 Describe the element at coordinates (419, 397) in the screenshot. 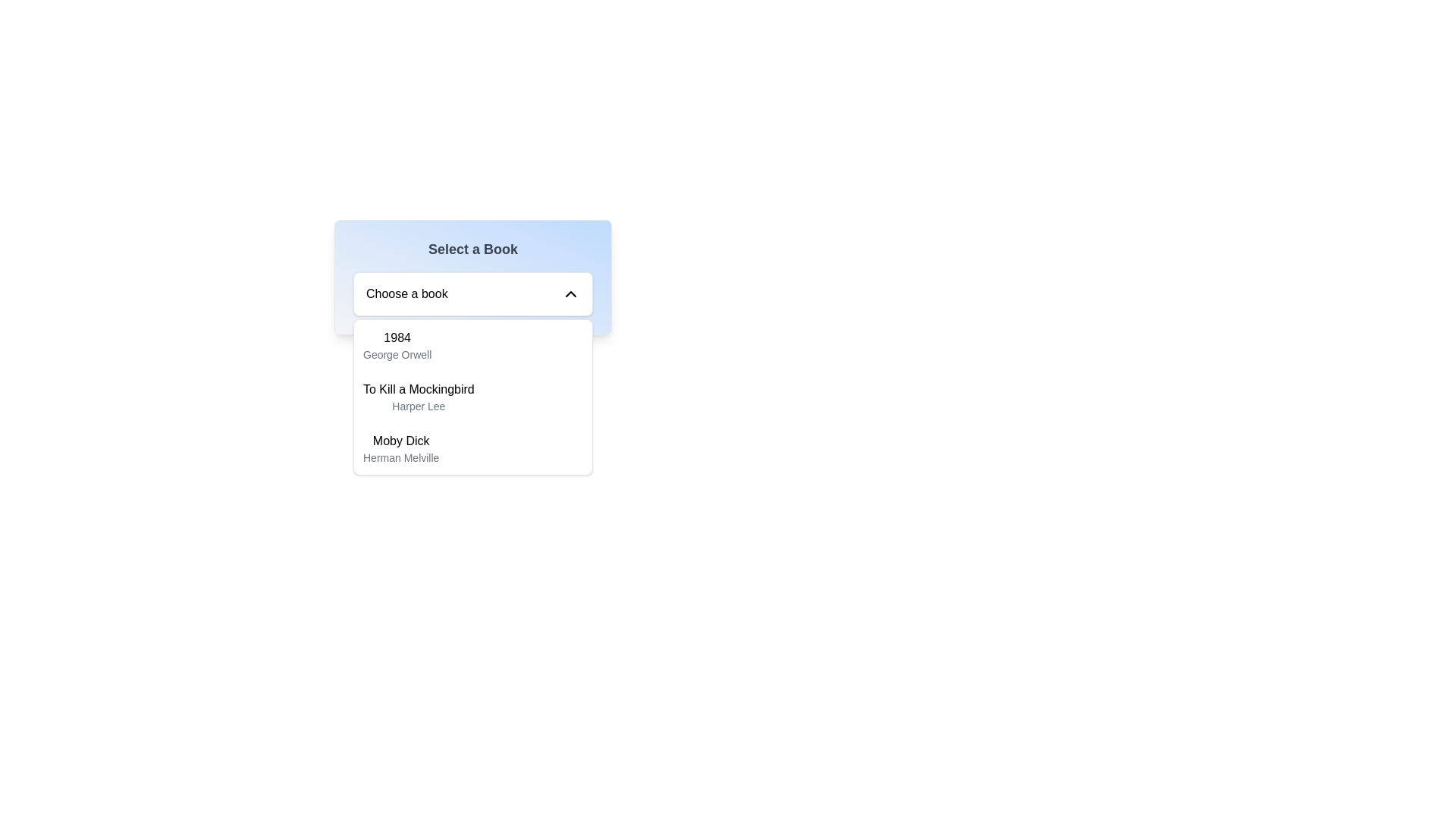

I see `the second item in the dropdown list representing the book option titled 'To Kill a Mockingbird' by 'Harper Lee'` at that location.